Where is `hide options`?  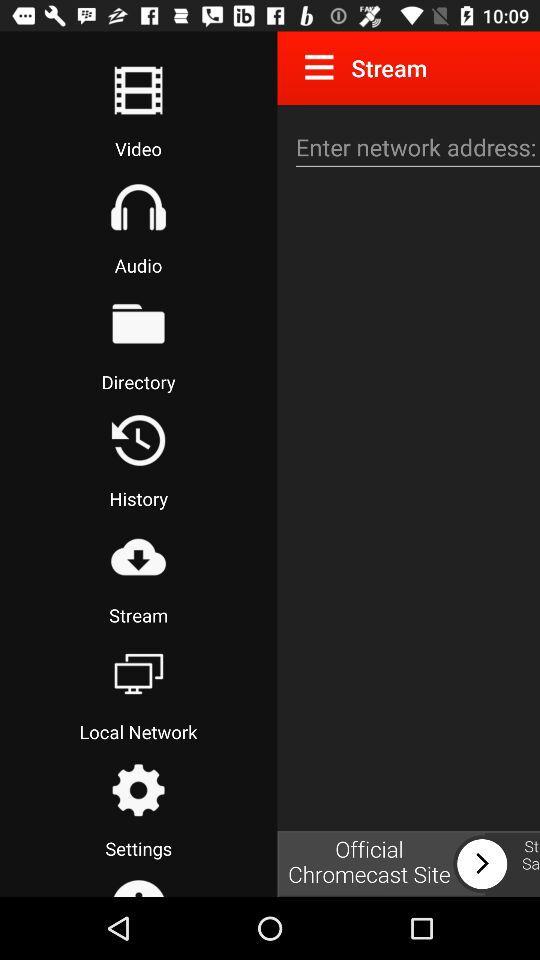
hide options is located at coordinates (323, 67).